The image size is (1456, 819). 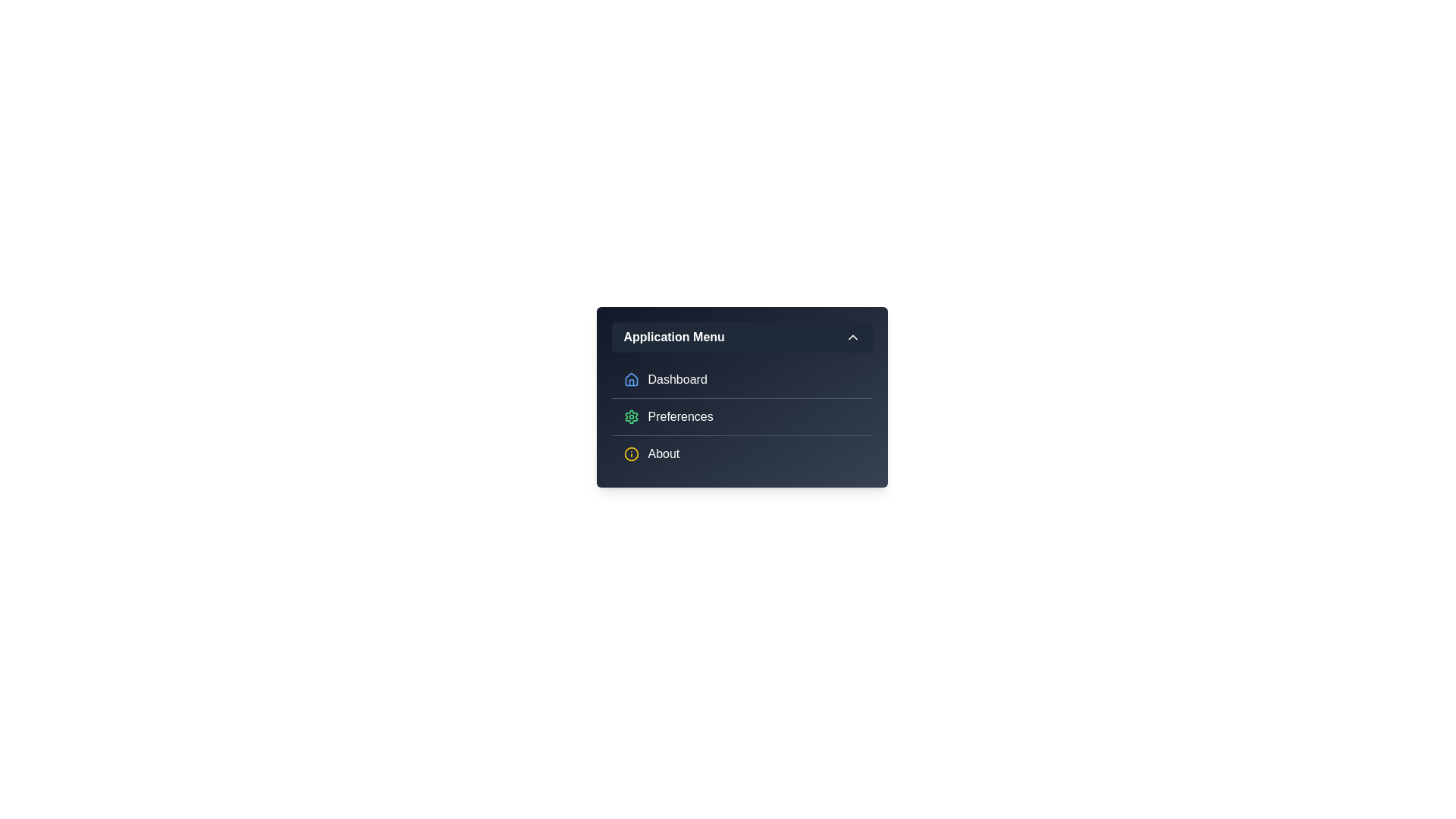 What do you see at coordinates (742, 416) in the screenshot?
I see `the menu item Preferences to inspect its visual feedback` at bounding box center [742, 416].